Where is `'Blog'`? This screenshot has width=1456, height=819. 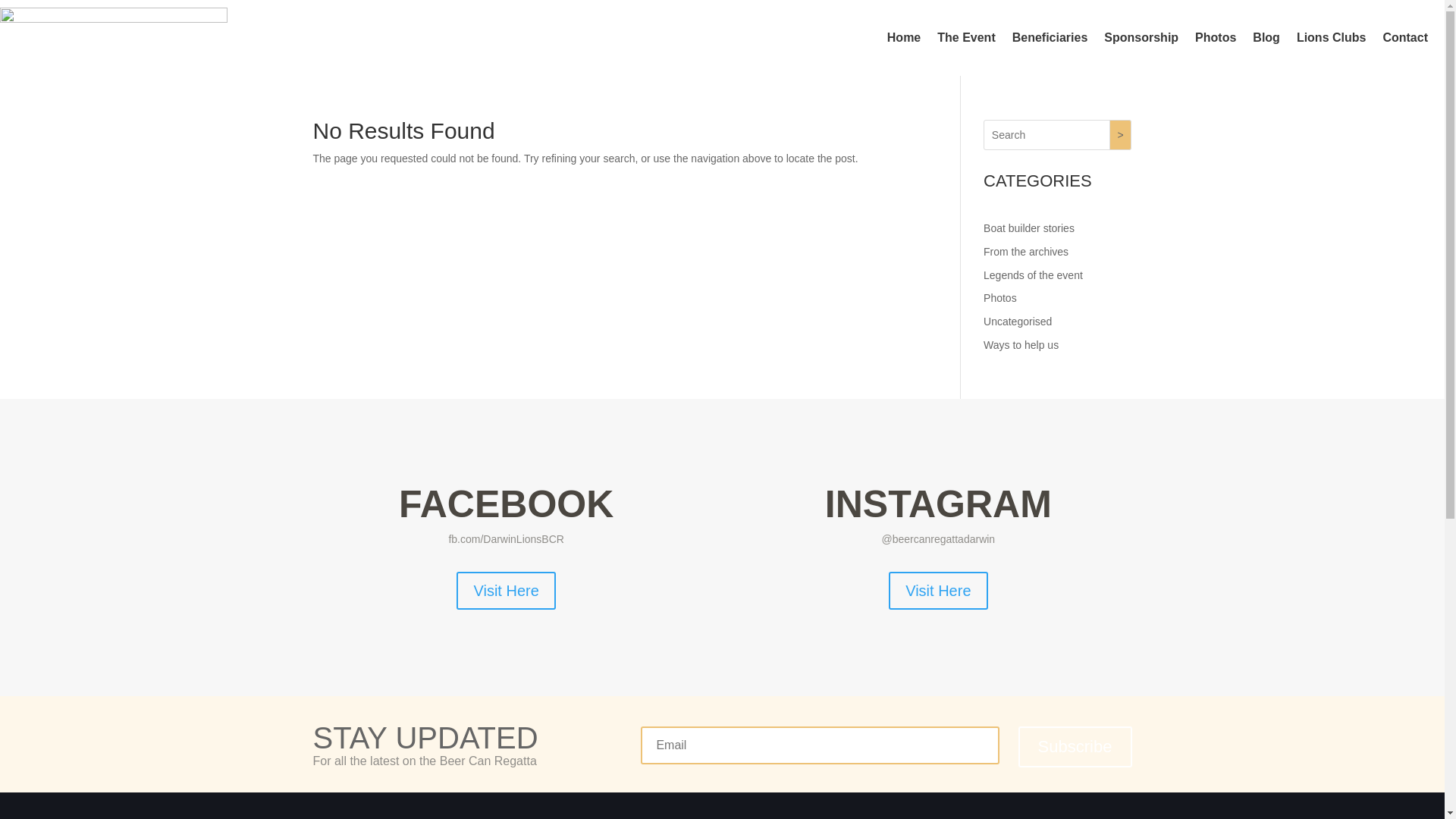
'Blog' is located at coordinates (1252, 37).